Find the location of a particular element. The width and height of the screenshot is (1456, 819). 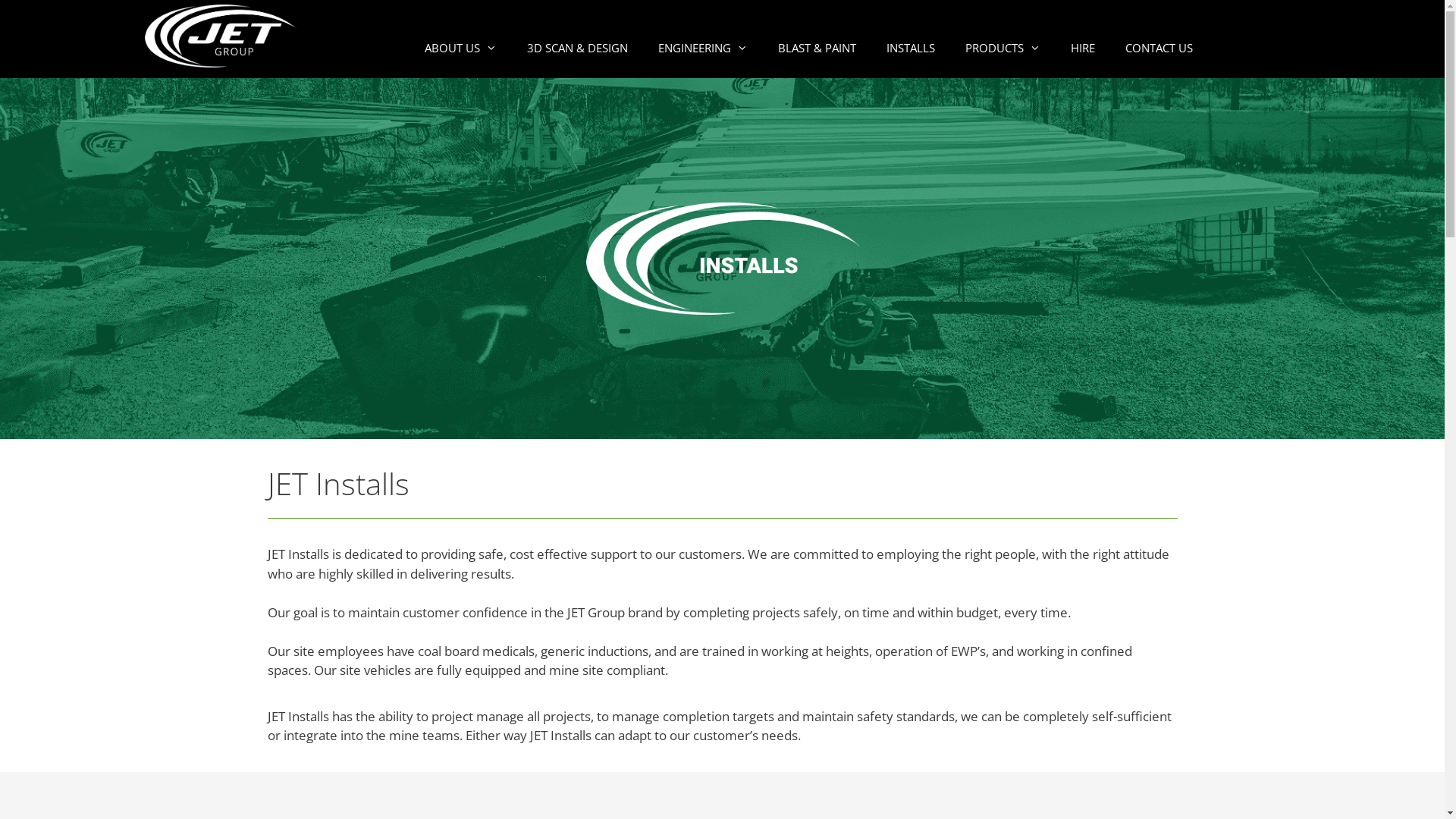

'ENGINEERING' is located at coordinates (701, 46).